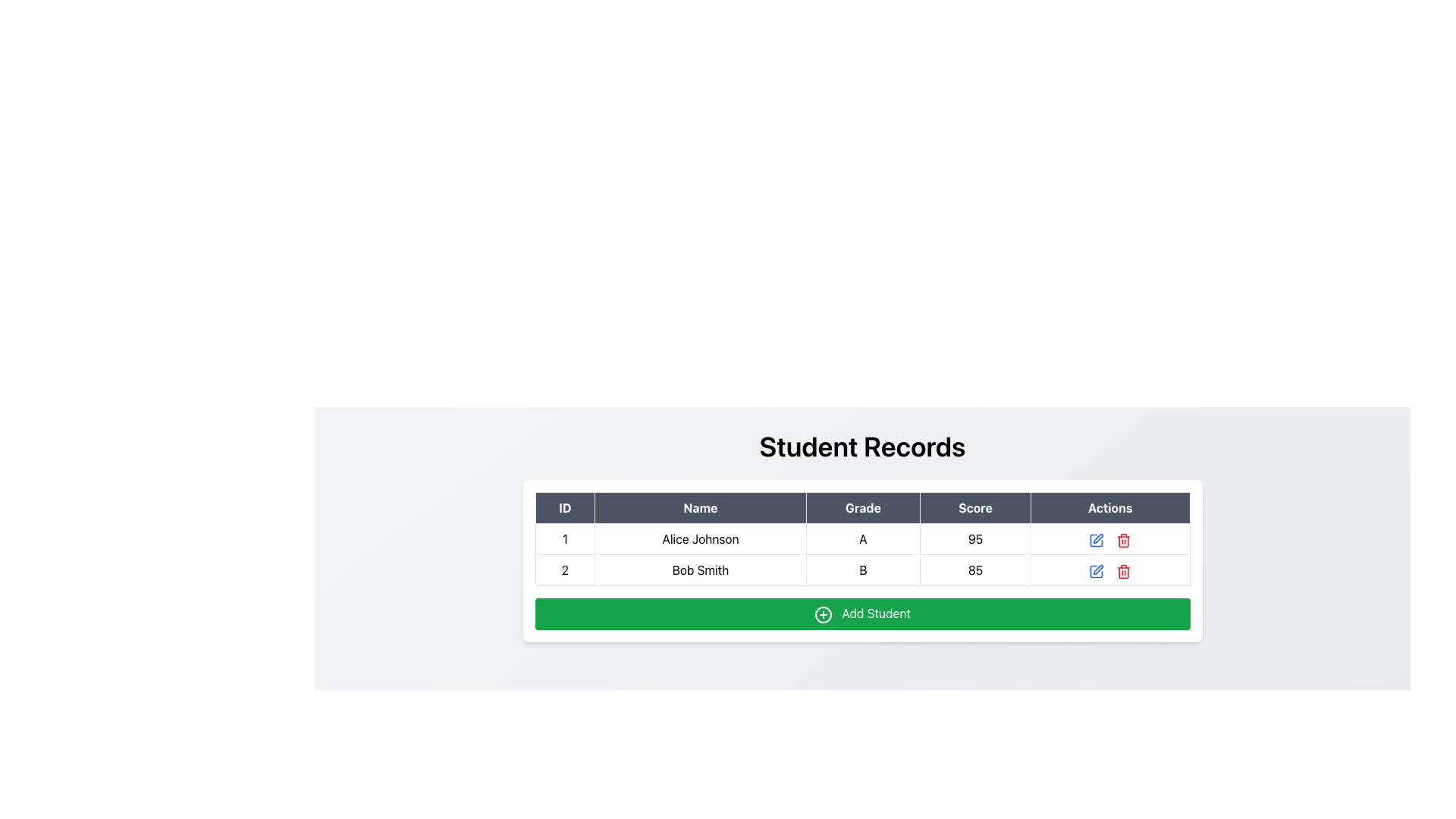 The width and height of the screenshot is (1456, 819). Describe the element at coordinates (1098, 538) in the screenshot. I see `the edit icon resembling a pencil in the second row of the table under the 'Actions' column` at that location.